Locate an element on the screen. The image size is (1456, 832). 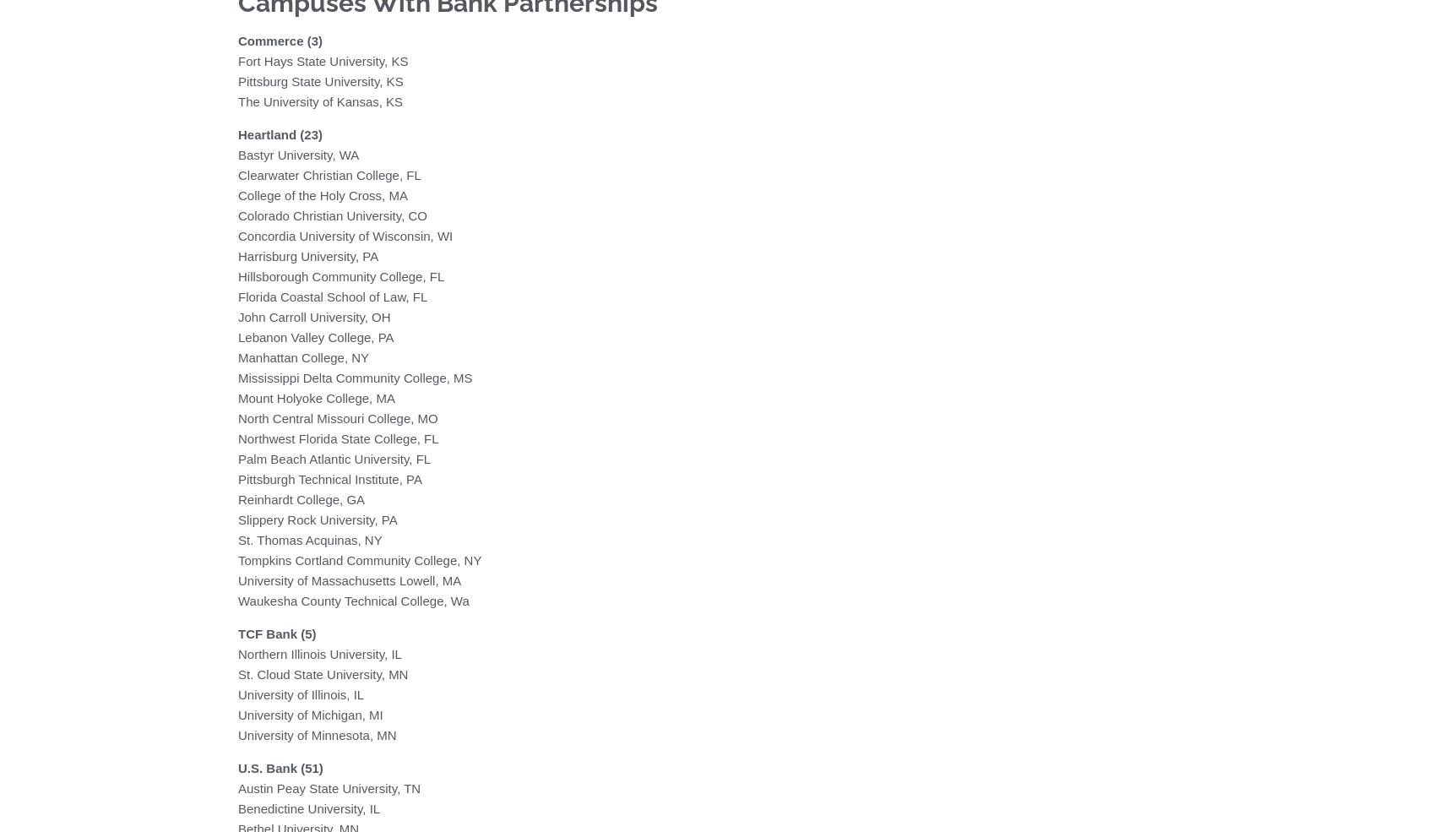
'Mount Holyoke College, MA' is located at coordinates (237, 396).